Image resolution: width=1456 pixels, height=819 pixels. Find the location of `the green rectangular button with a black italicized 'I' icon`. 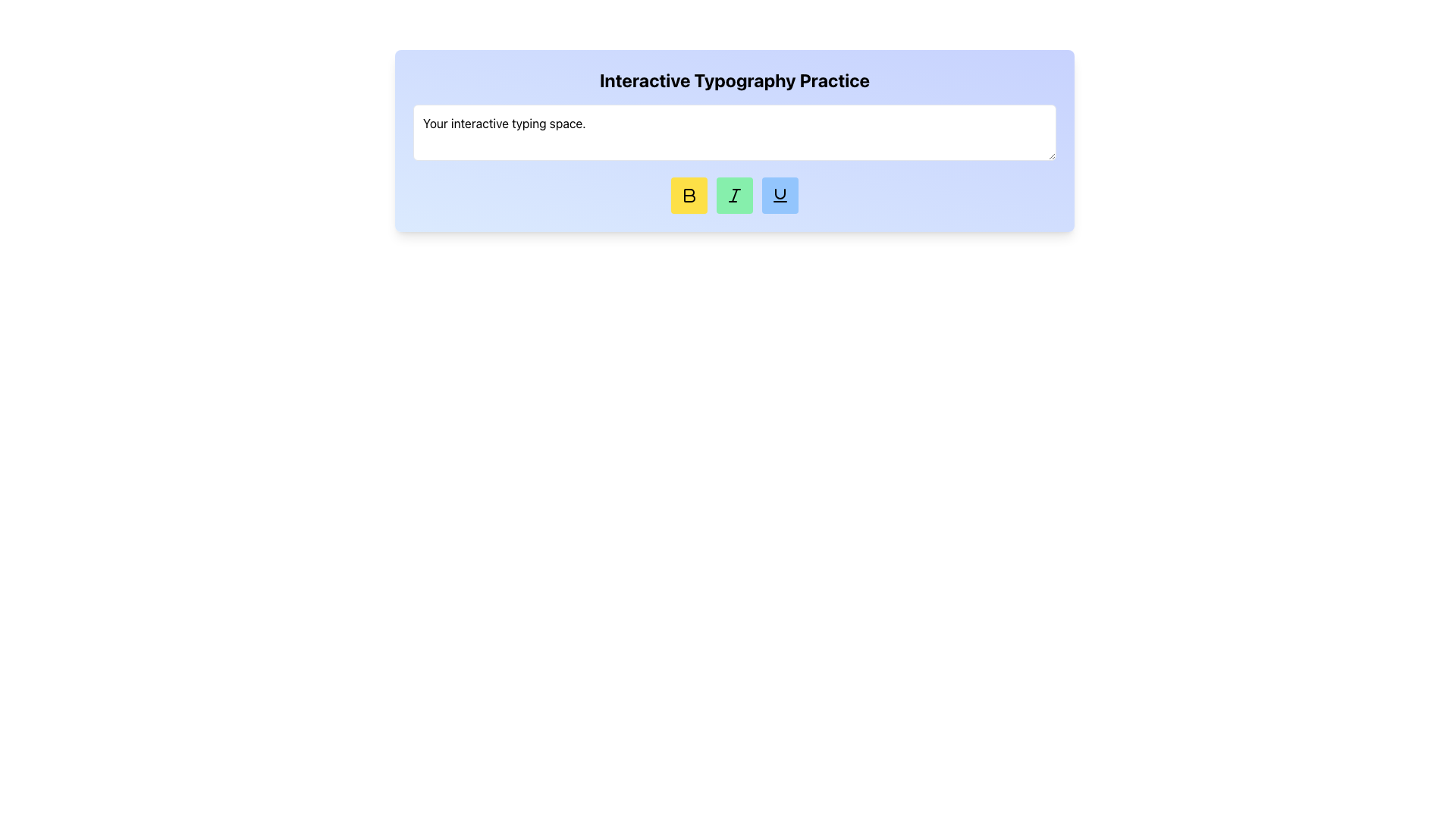

the green rectangular button with a black italicized 'I' icon is located at coordinates (735, 195).